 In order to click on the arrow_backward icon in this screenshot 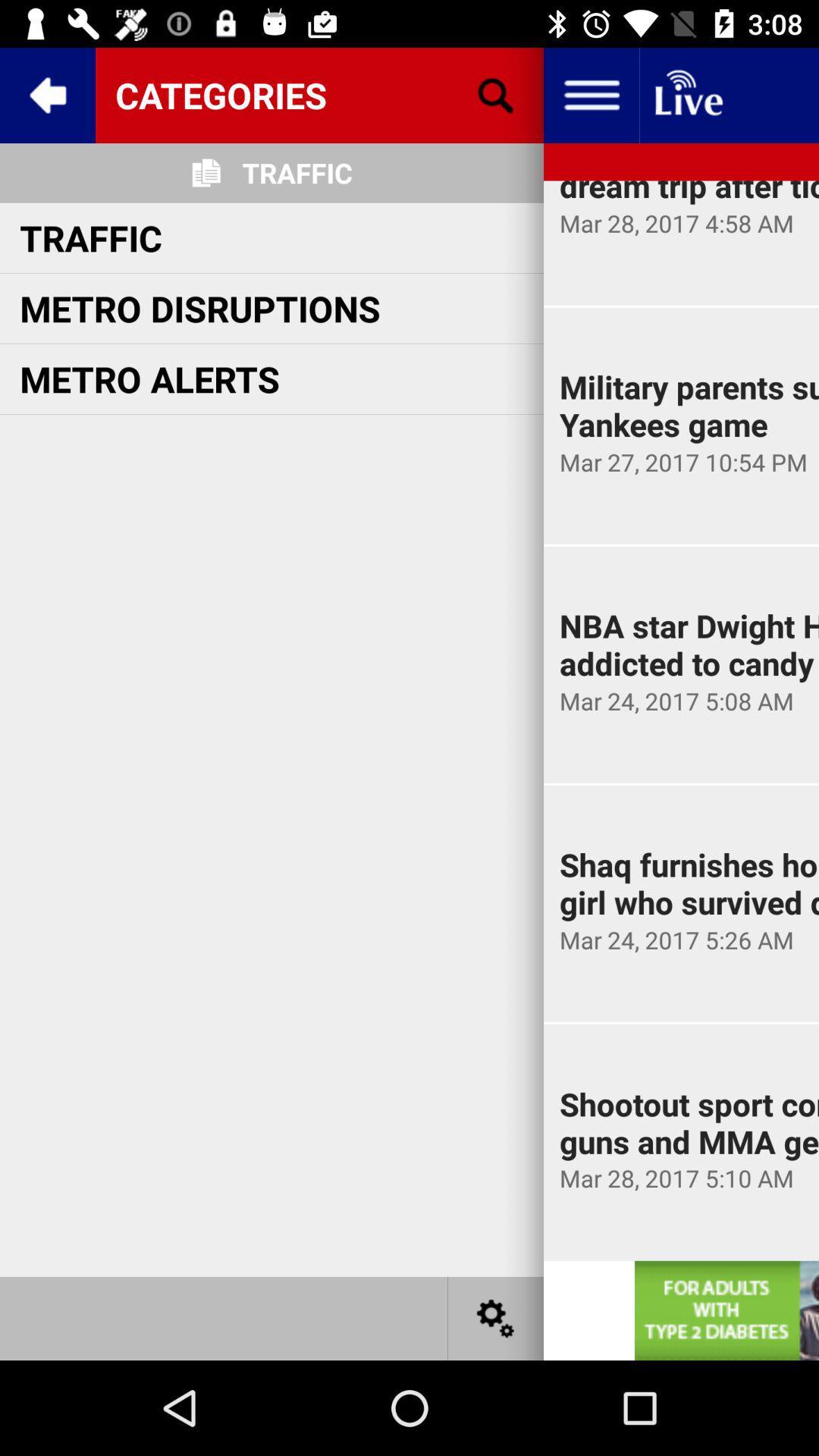, I will do `click(46, 94)`.